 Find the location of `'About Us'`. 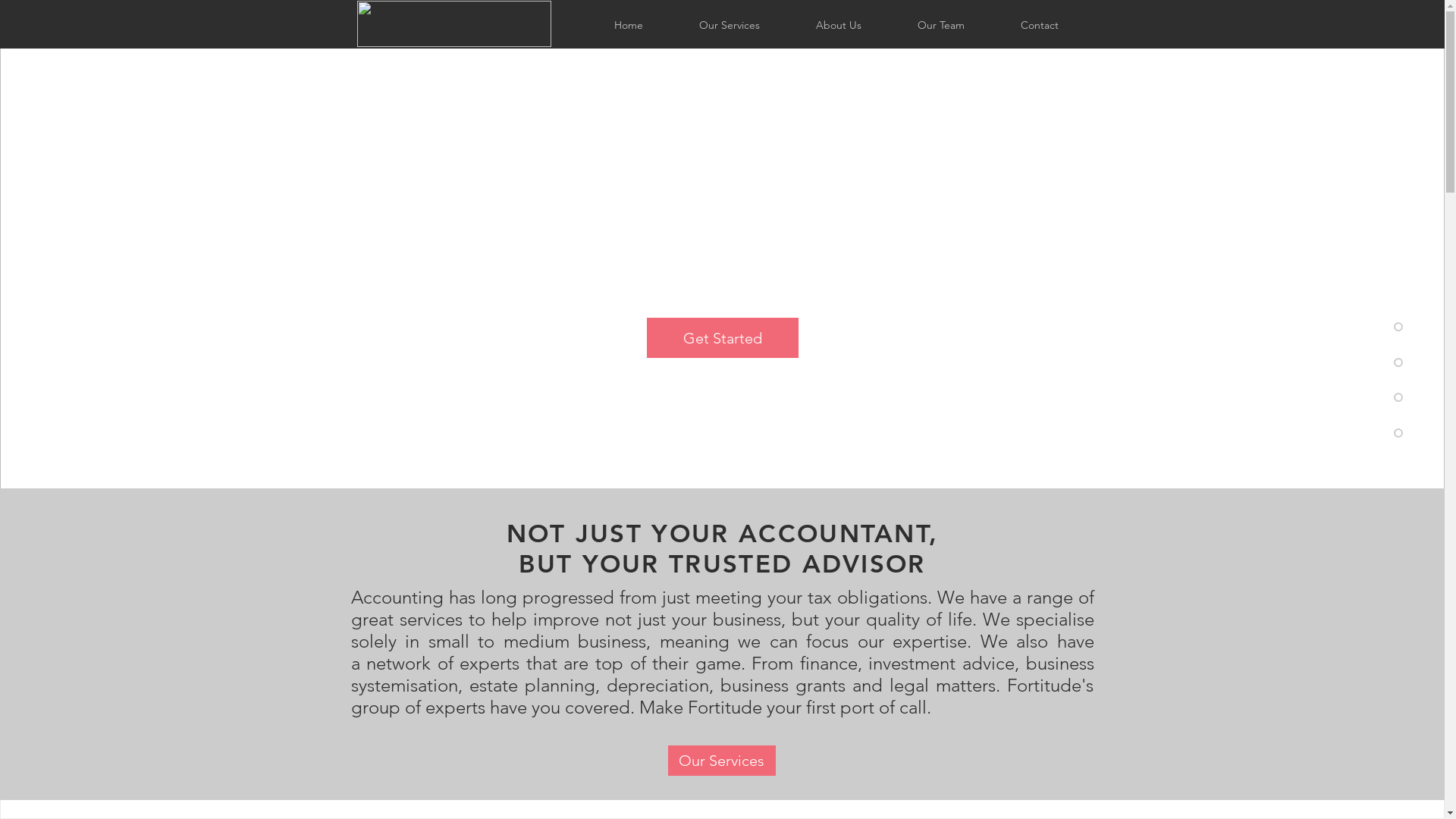

'About Us' is located at coordinates (836, 25).